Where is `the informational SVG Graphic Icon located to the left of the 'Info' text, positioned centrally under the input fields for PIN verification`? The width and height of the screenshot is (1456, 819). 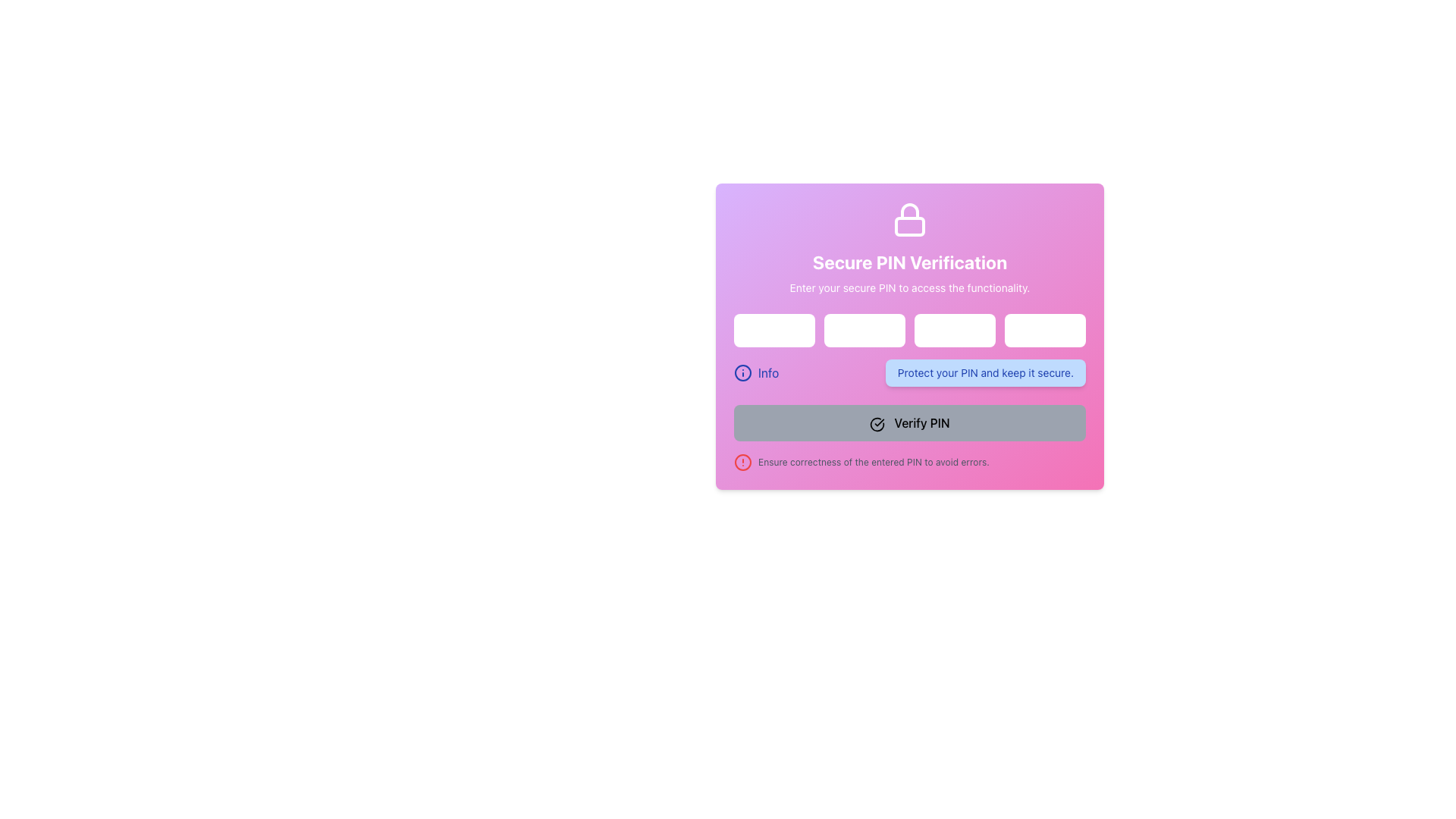 the informational SVG Graphic Icon located to the left of the 'Info' text, positioned centrally under the input fields for PIN verification is located at coordinates (742, 373).